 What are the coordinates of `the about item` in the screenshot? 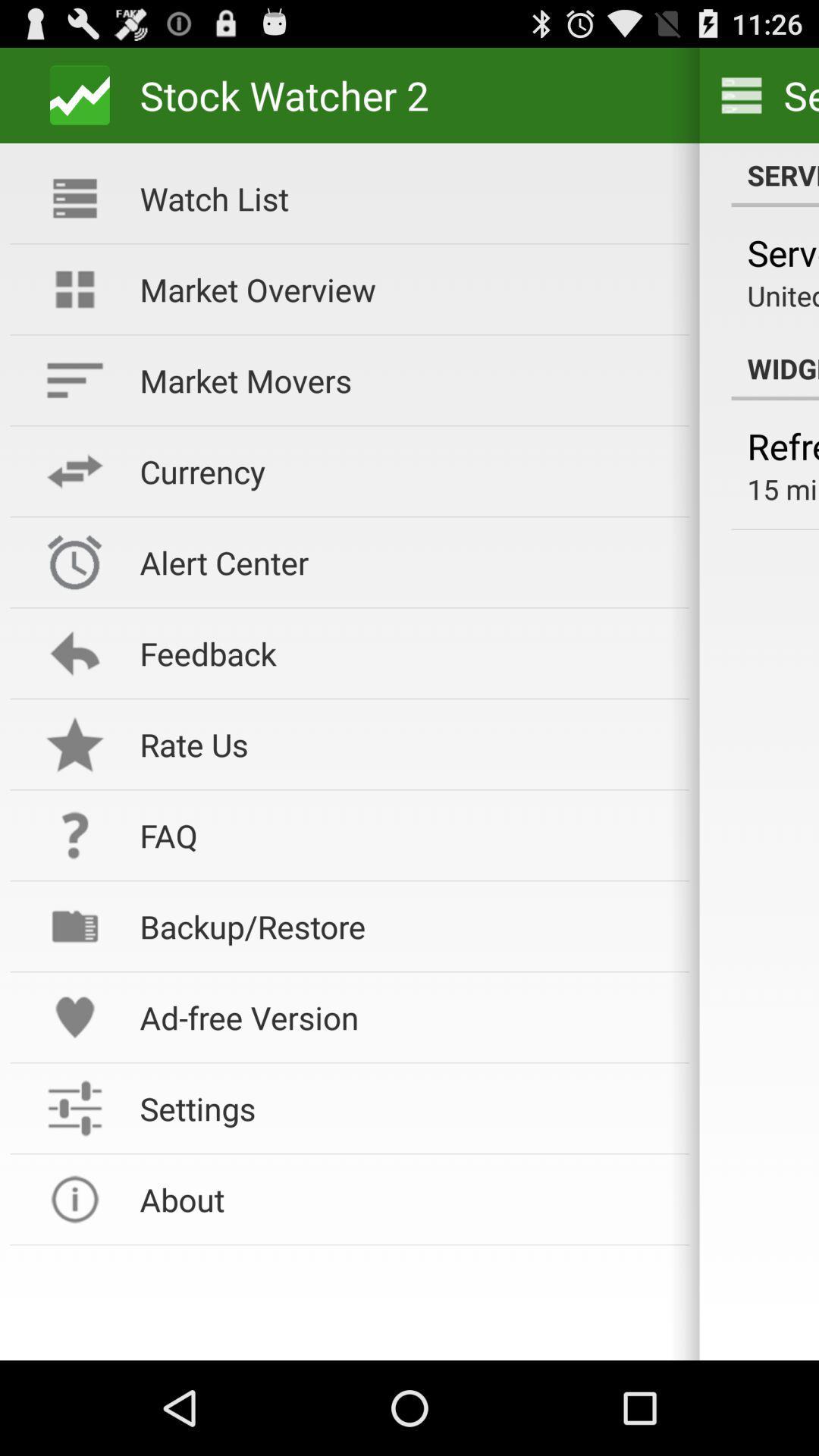 It's located at (403, 1198).